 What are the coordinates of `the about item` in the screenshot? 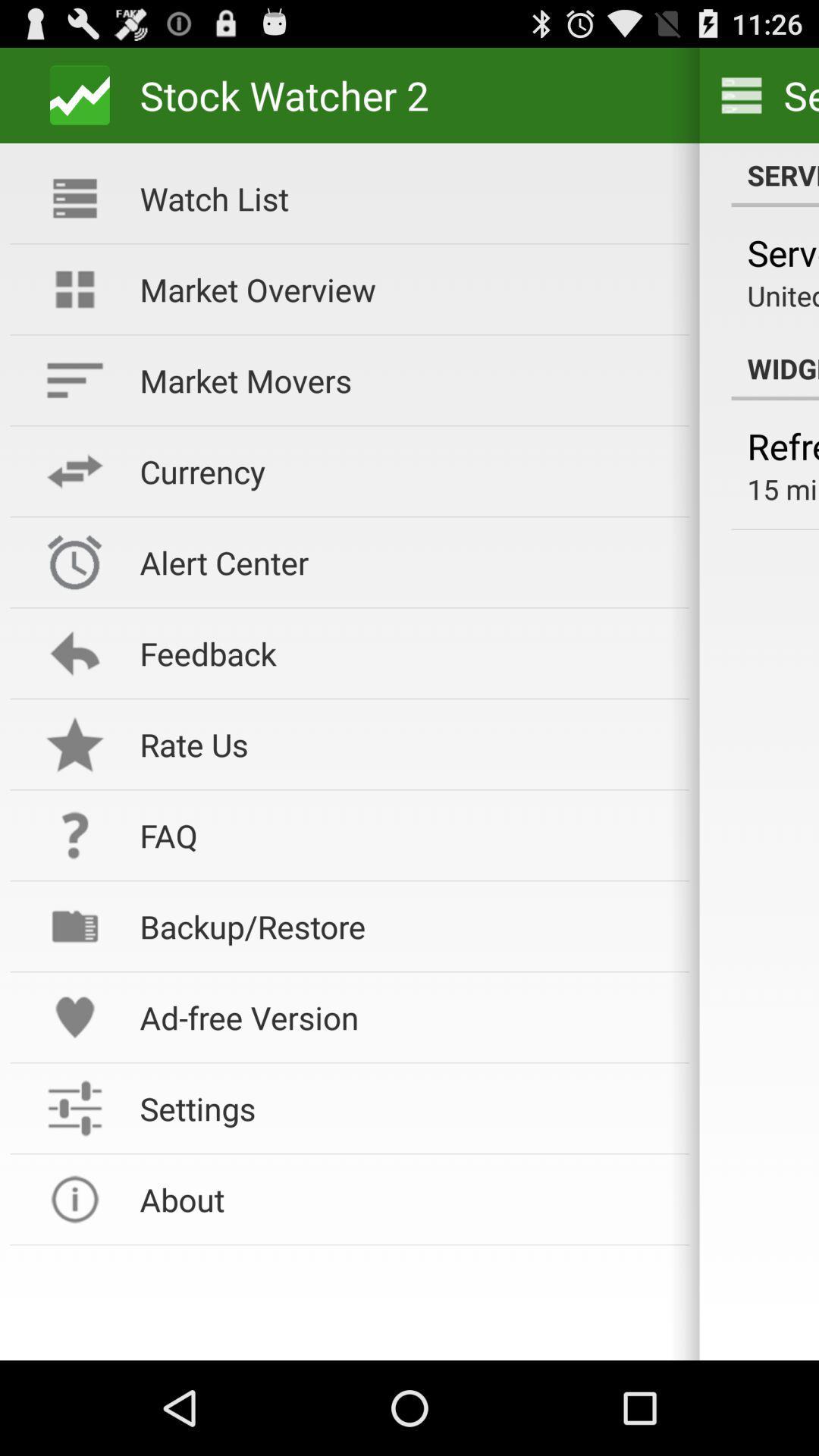 It's located at (403, 1198).